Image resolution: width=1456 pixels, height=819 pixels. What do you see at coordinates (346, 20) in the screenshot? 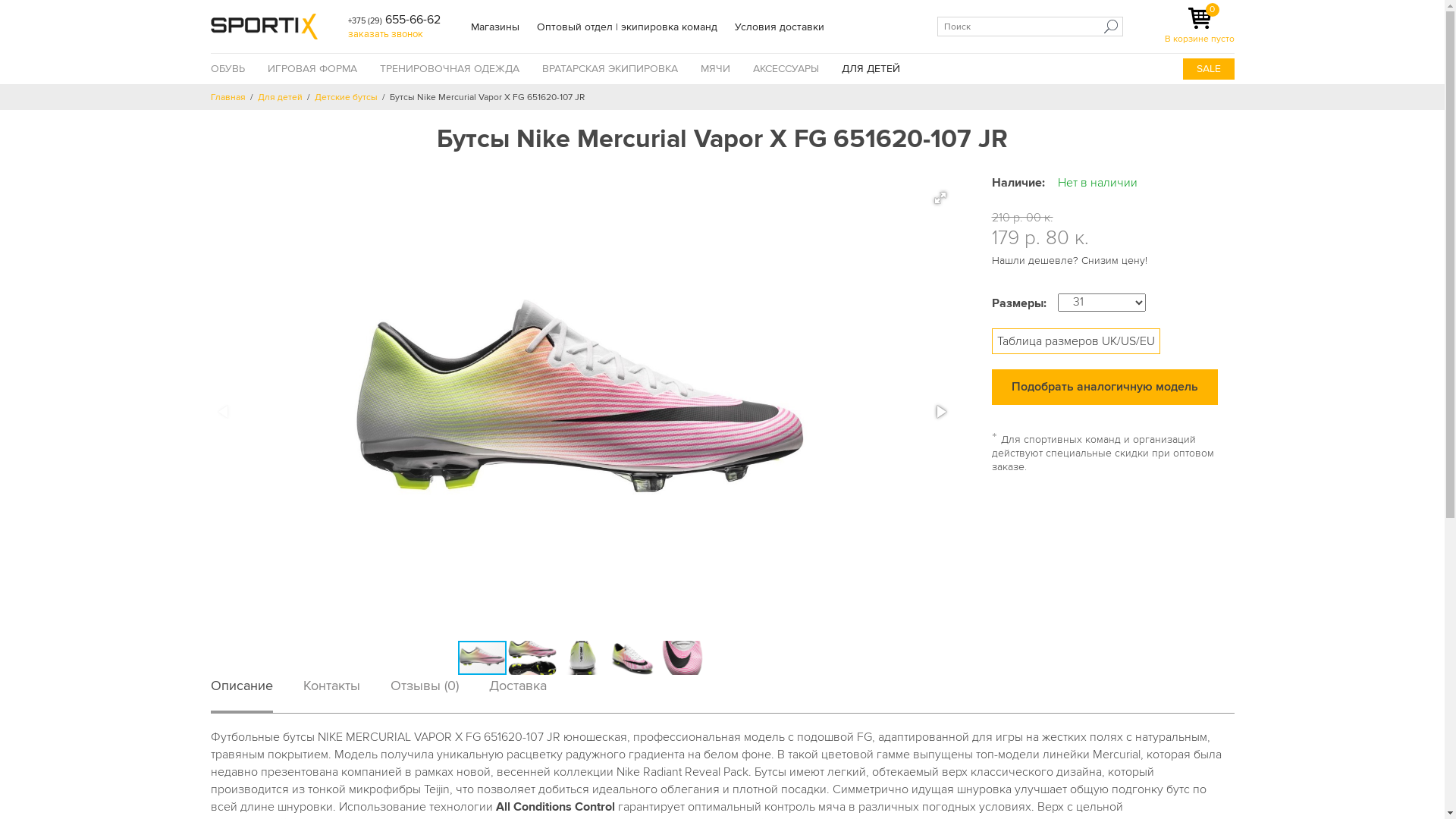
I see `'+375 (29) 655-66-62'` at bounding box center [346, 20].